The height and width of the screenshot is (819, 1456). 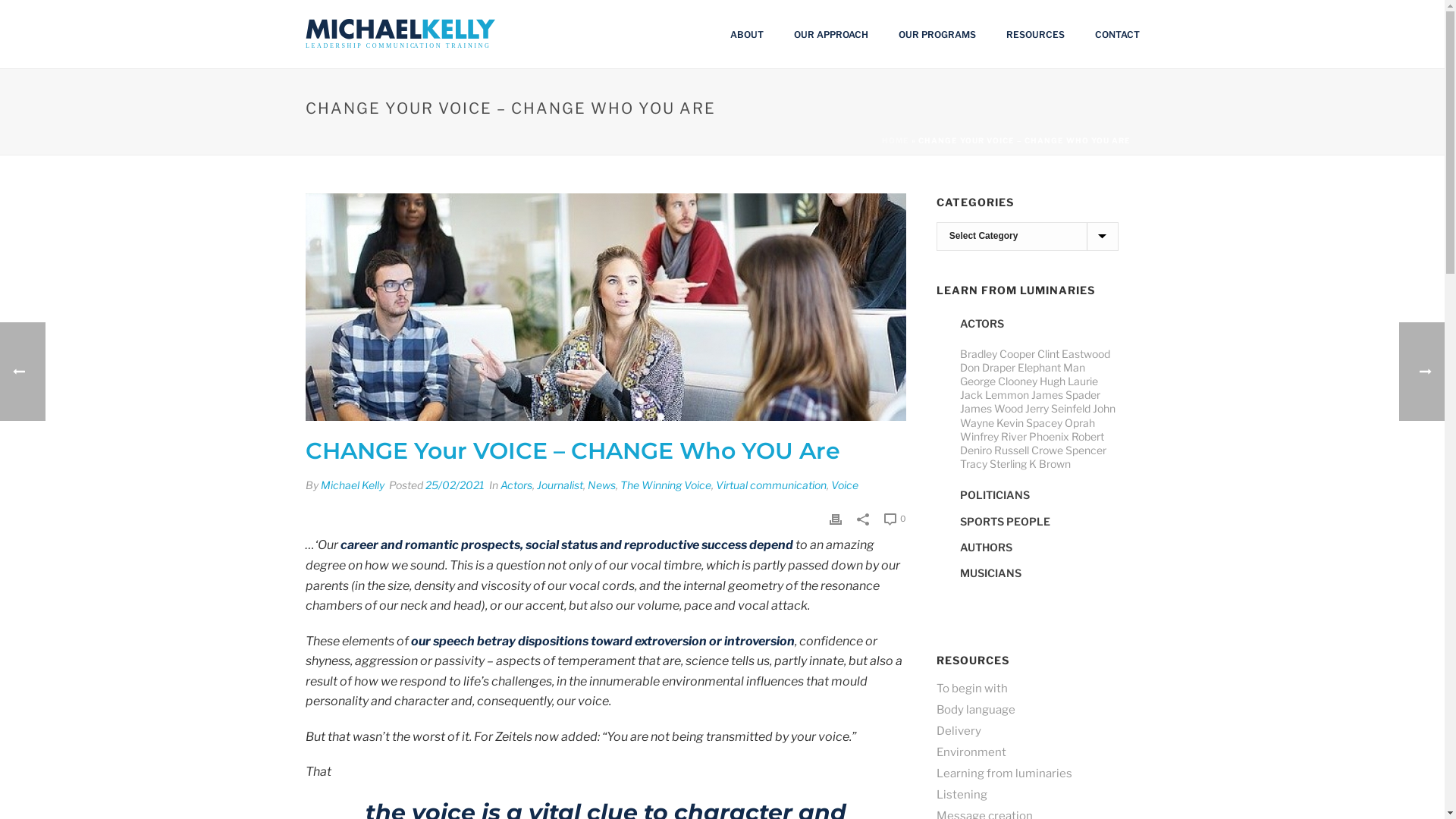 I want to click on 'To begin with', so click(x=935, y=688).